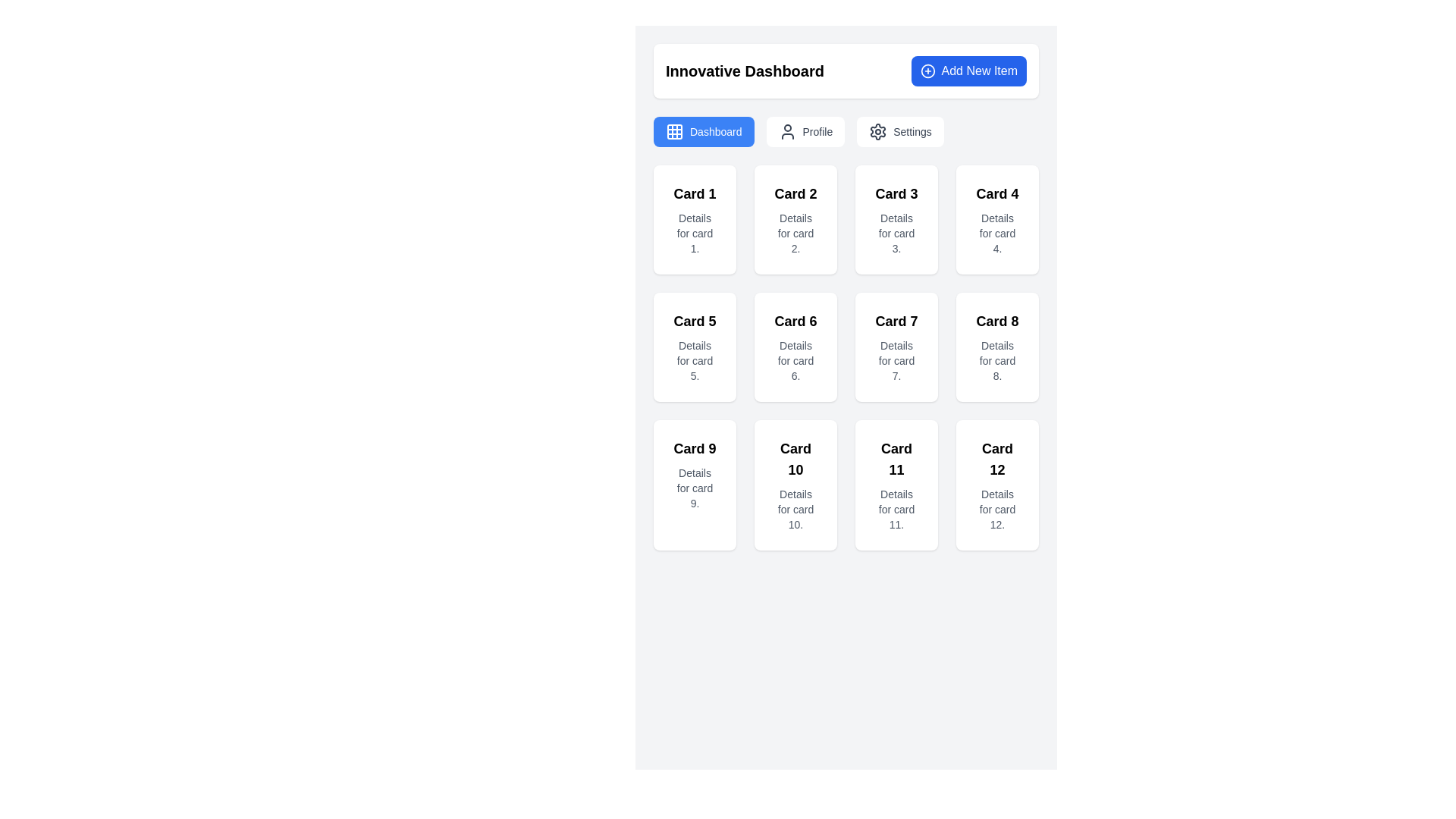  I want to click on the gear-shaped icon that is part of the 'Settings' button, located to the left of the label text 'Settings', so click(878, 130).